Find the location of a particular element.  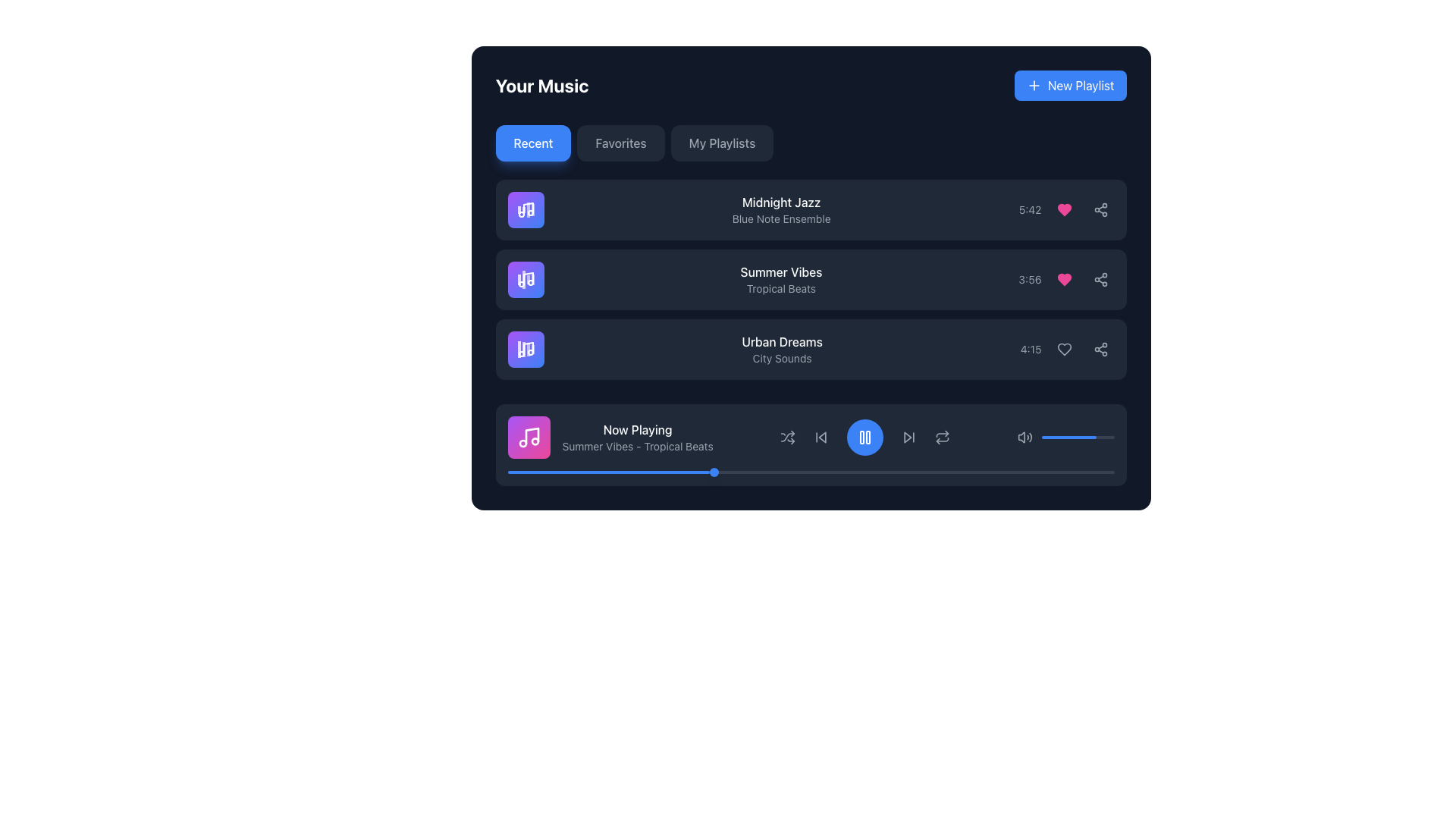

the pink heart-shaped icon button located in the first row of the playlist list is located at coordinates (1063, 210).